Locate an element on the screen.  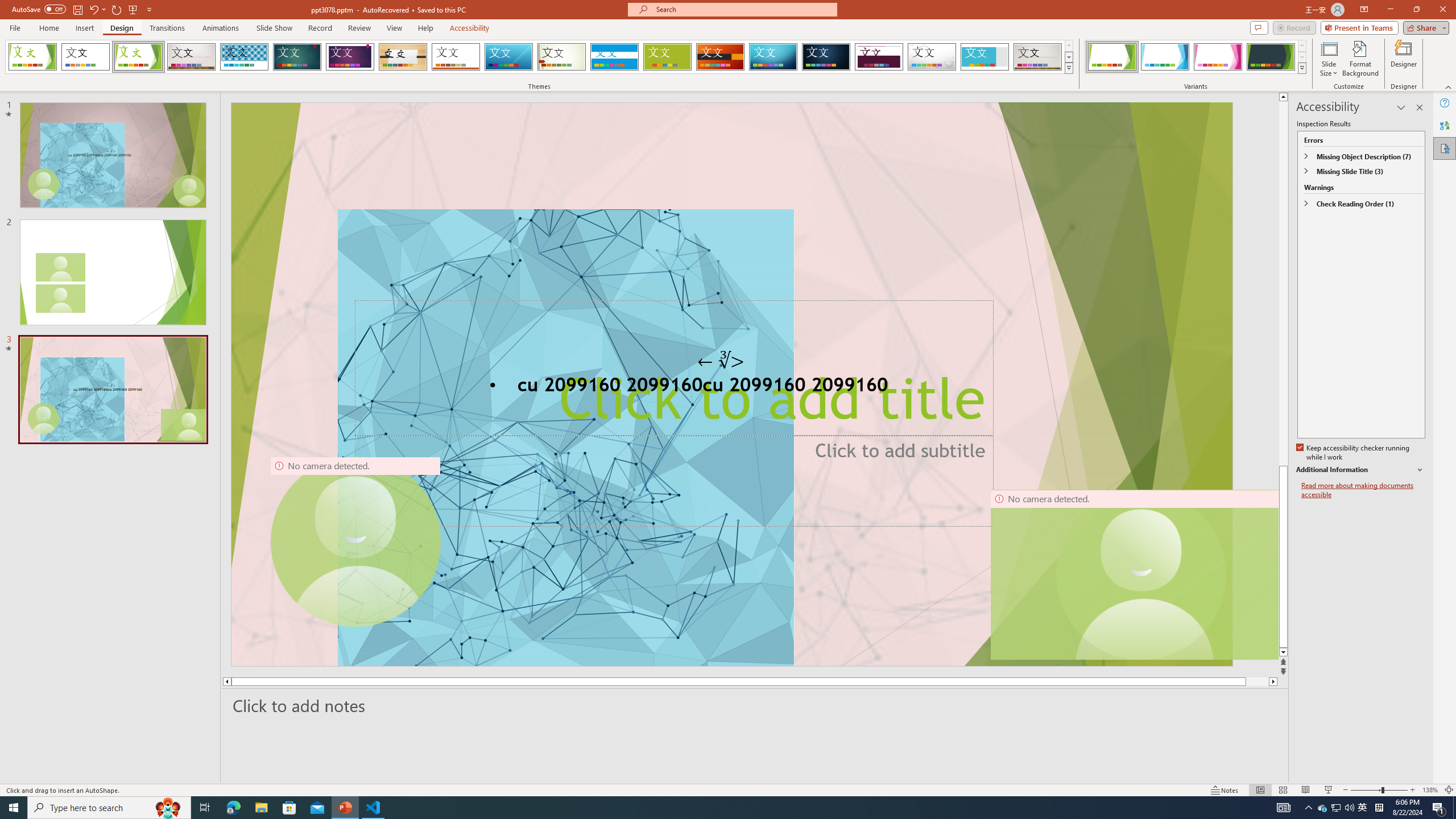
'Retrospect' is located at coordinates (455, 56).